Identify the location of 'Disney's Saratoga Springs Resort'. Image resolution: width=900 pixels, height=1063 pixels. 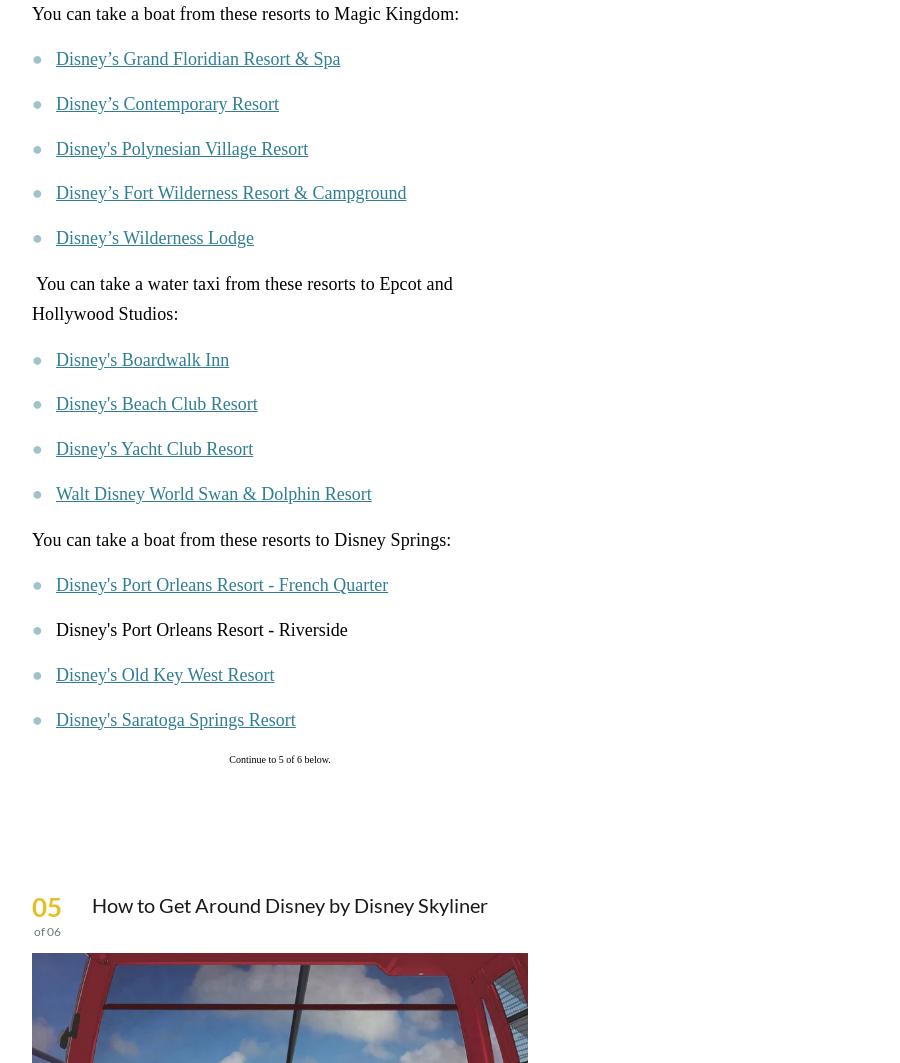
(175, 718).